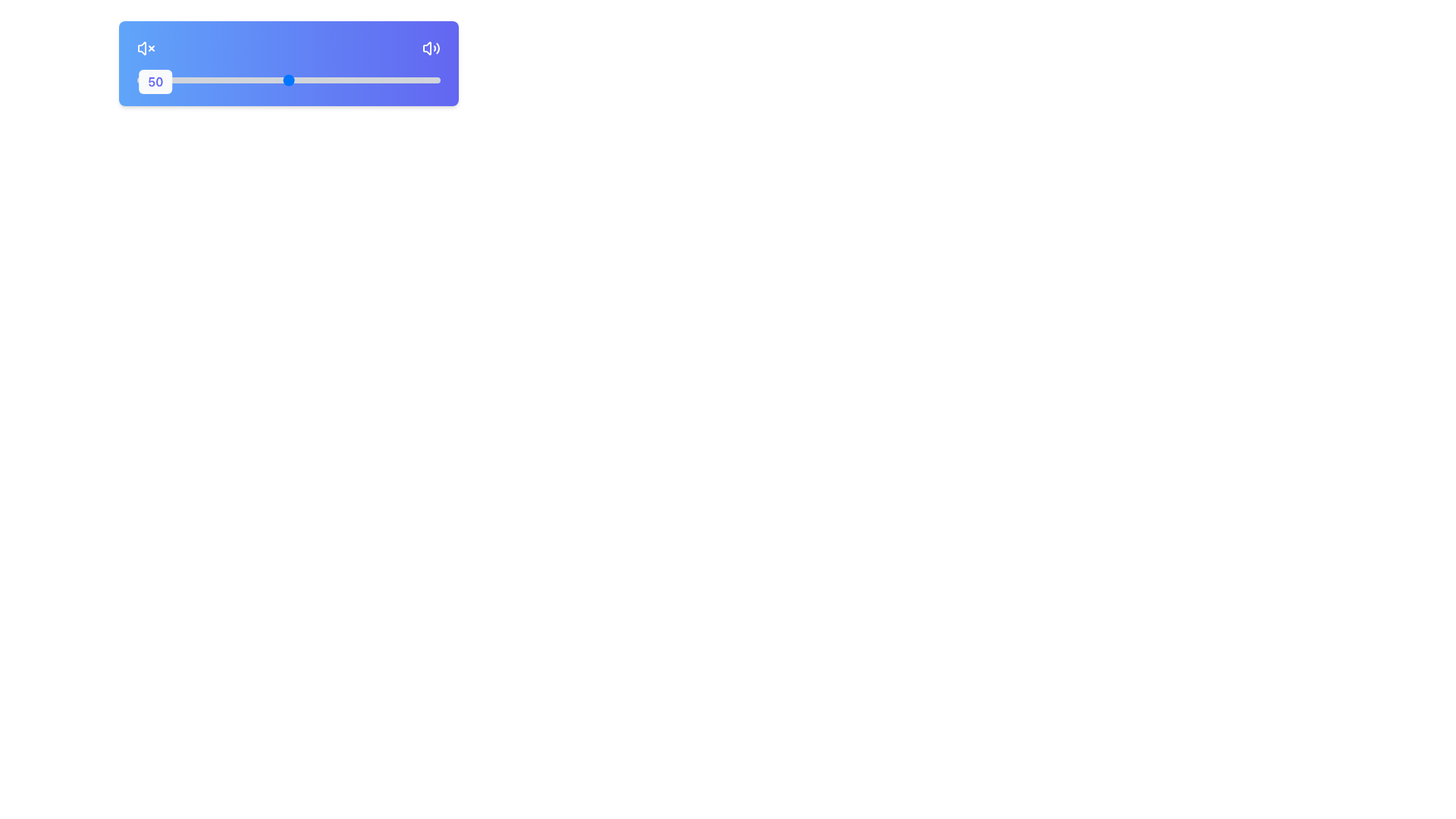 This screenshot has width=1456, height=819. What do you see at coordinates (142, 48) in the screenshot?
I see `the Mute Icon, which symbolizes the mute function in the volume control interface located on the top left of the volume control bar` at bounding box center [142, 48].